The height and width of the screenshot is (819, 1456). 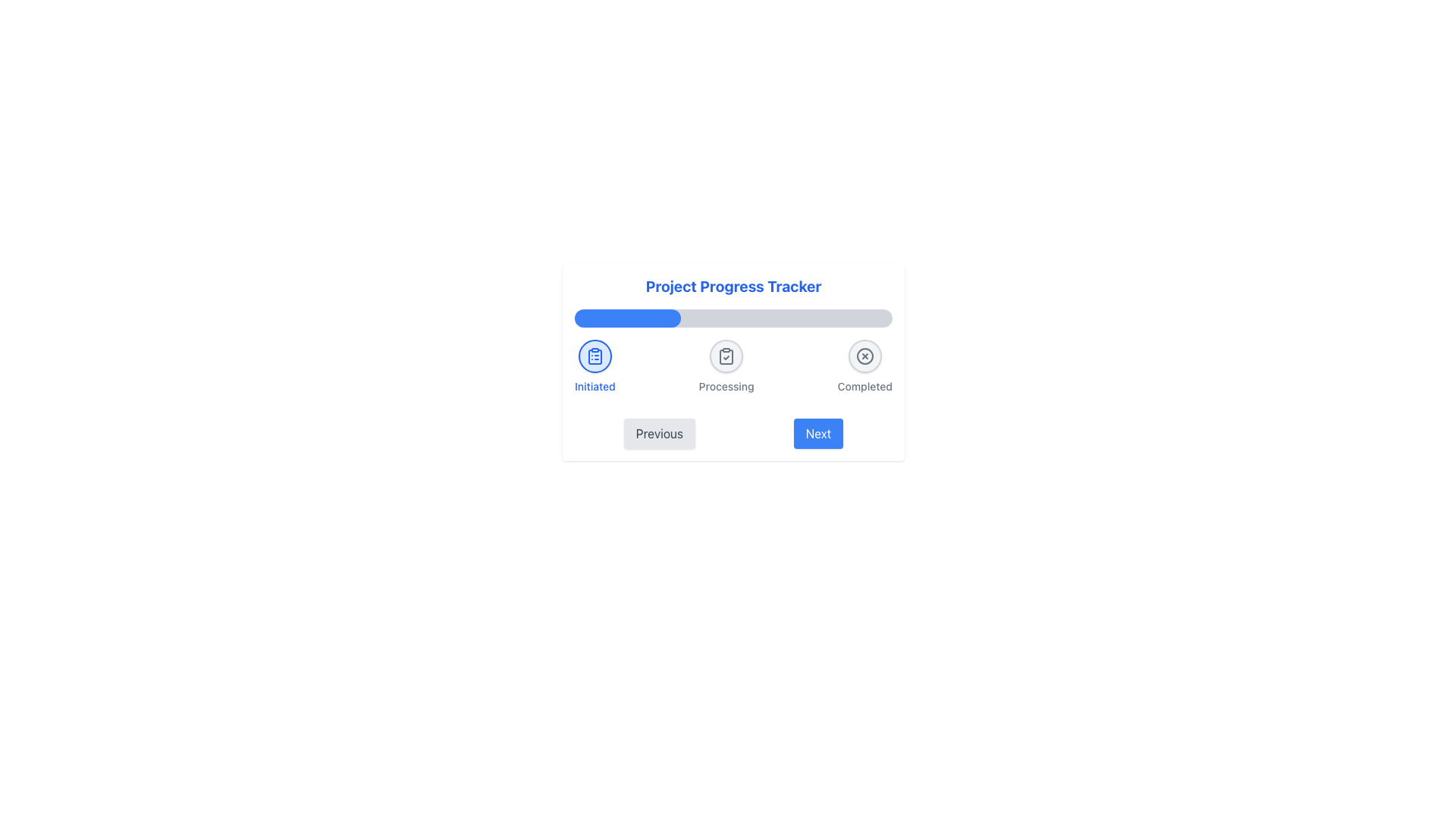 What do you see at coordinates (864, 356) in the screenshot?
I see `the SVG circle node that represents the outermost part of the 'Completed' status icon, located in the bottom-right section of the progress tracker` at bounding box center [864, 356].